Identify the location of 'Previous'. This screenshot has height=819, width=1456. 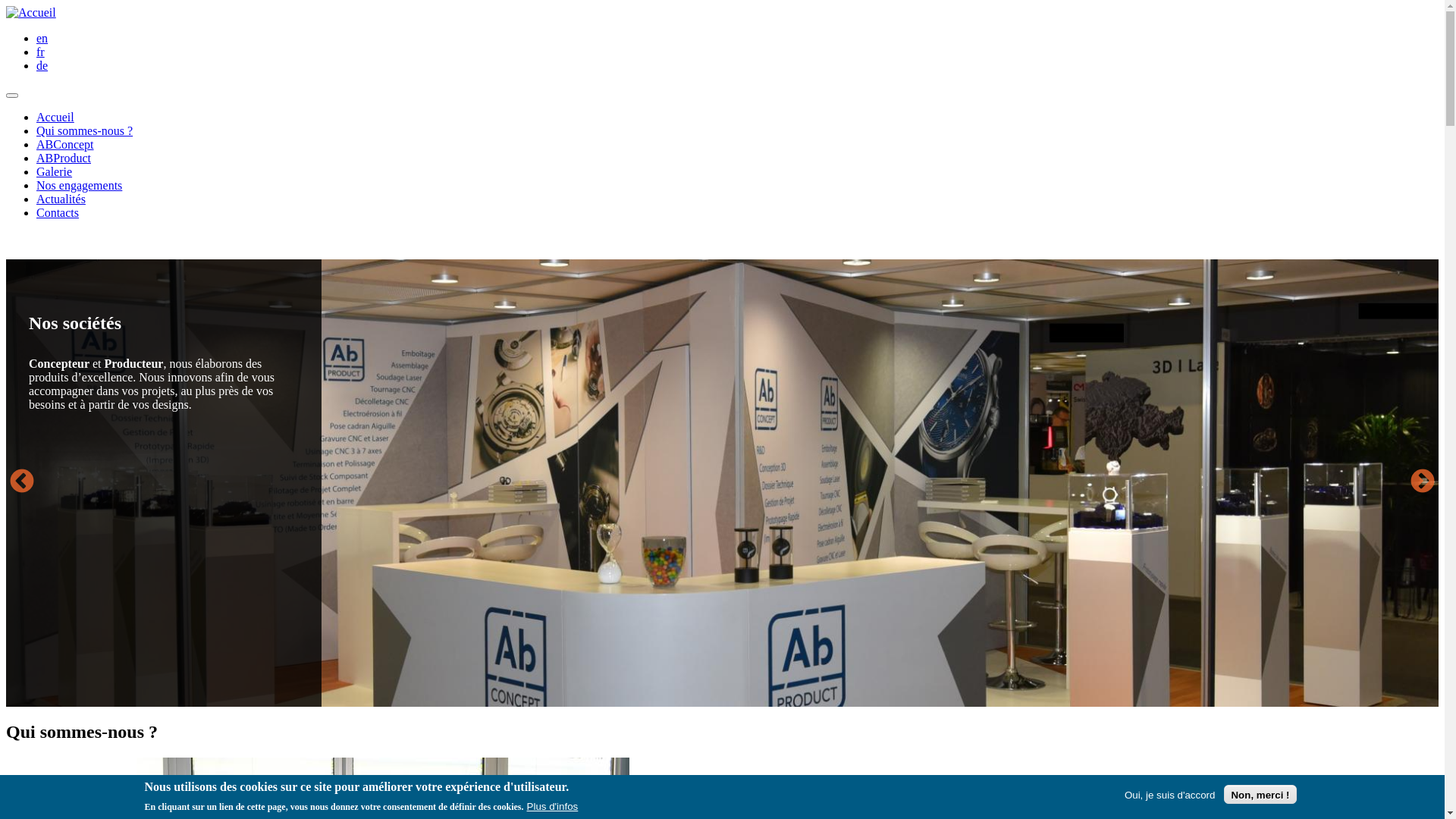
(21, 482).